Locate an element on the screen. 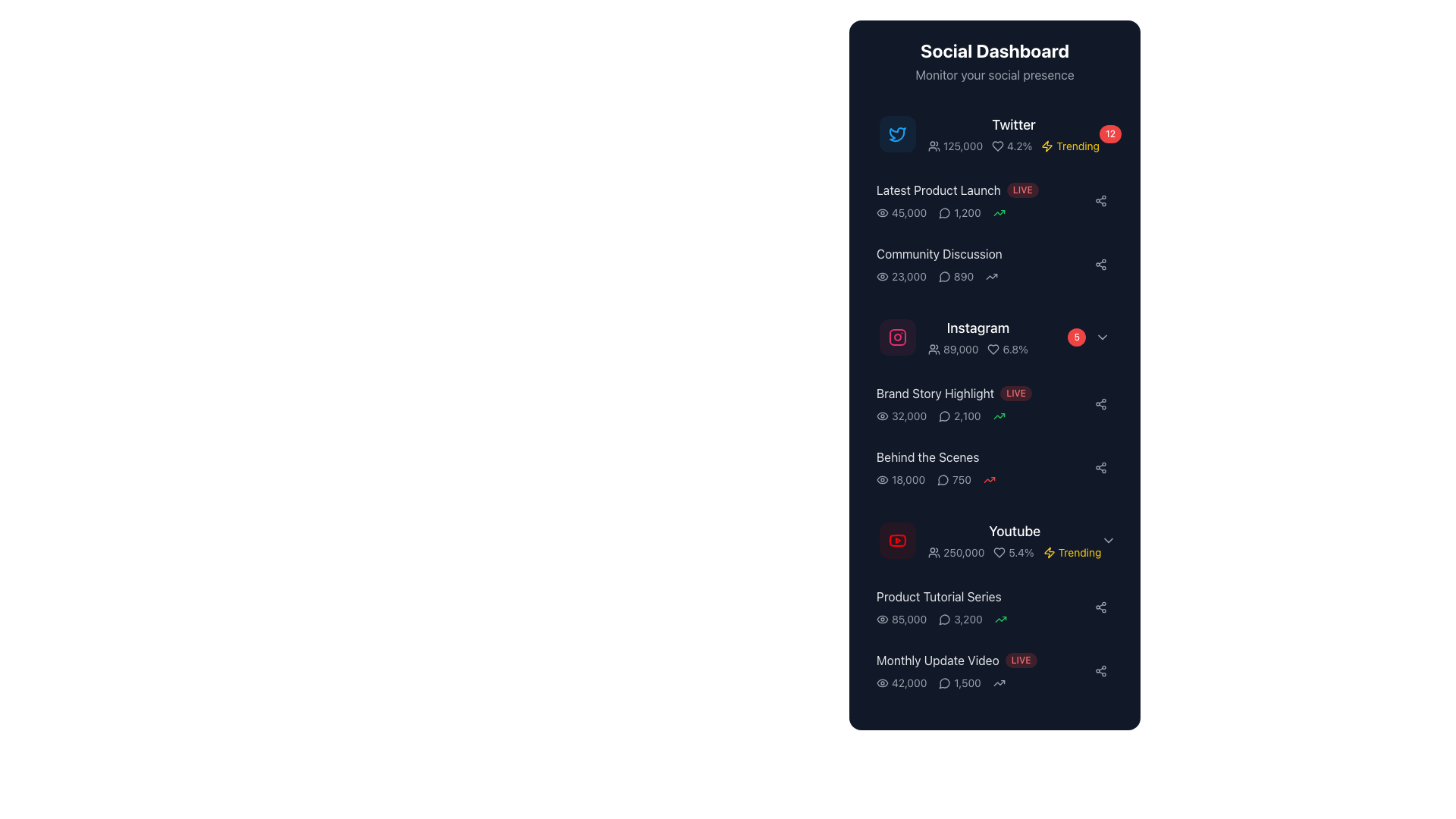  the informative text block displaying YouTube entry statistics, which includes user count, percentage value, and a 'Trending' label with styled icons is located at coordinates (1015, 553).